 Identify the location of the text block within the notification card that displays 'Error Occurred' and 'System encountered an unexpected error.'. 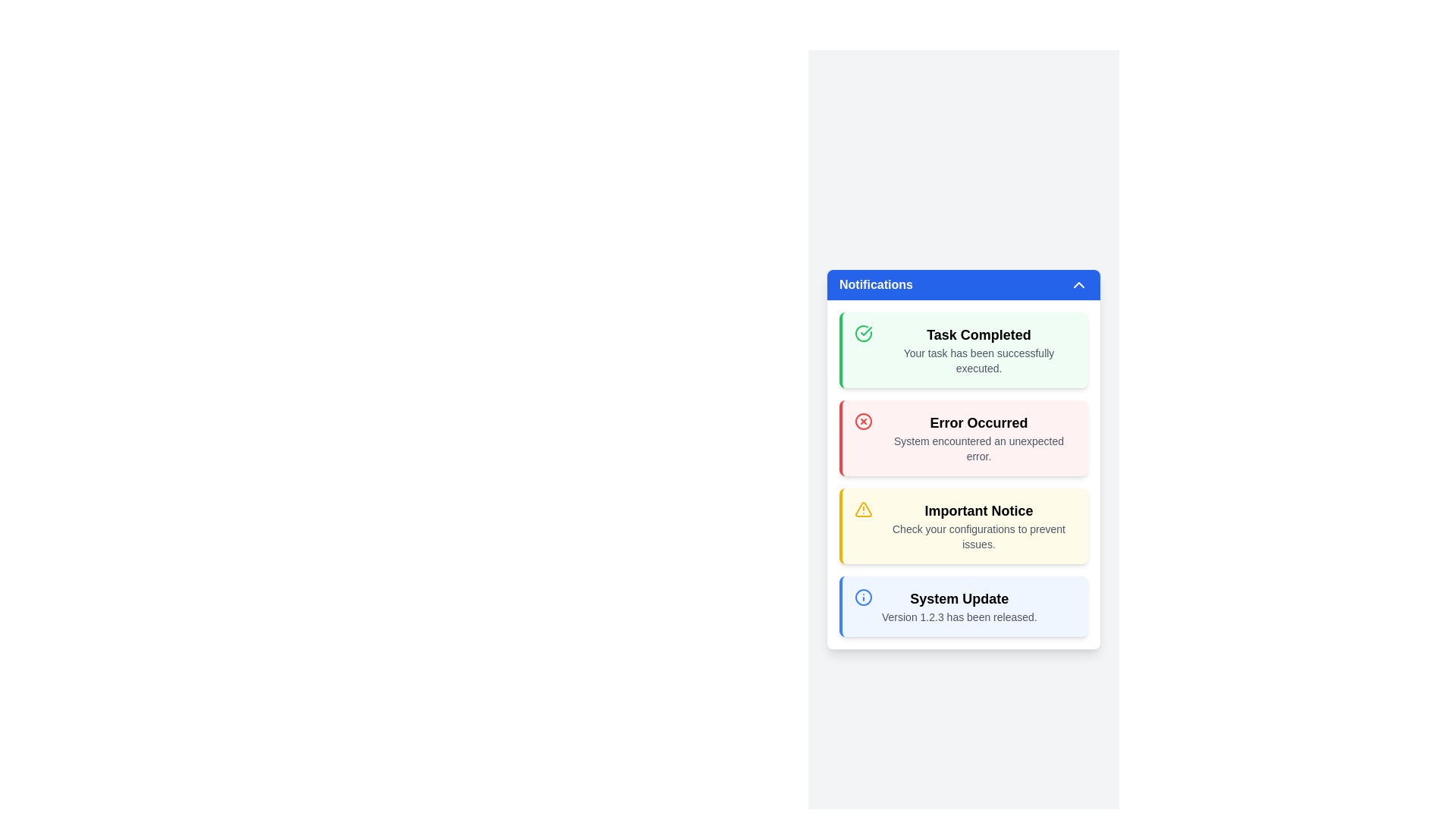
(979, 438).